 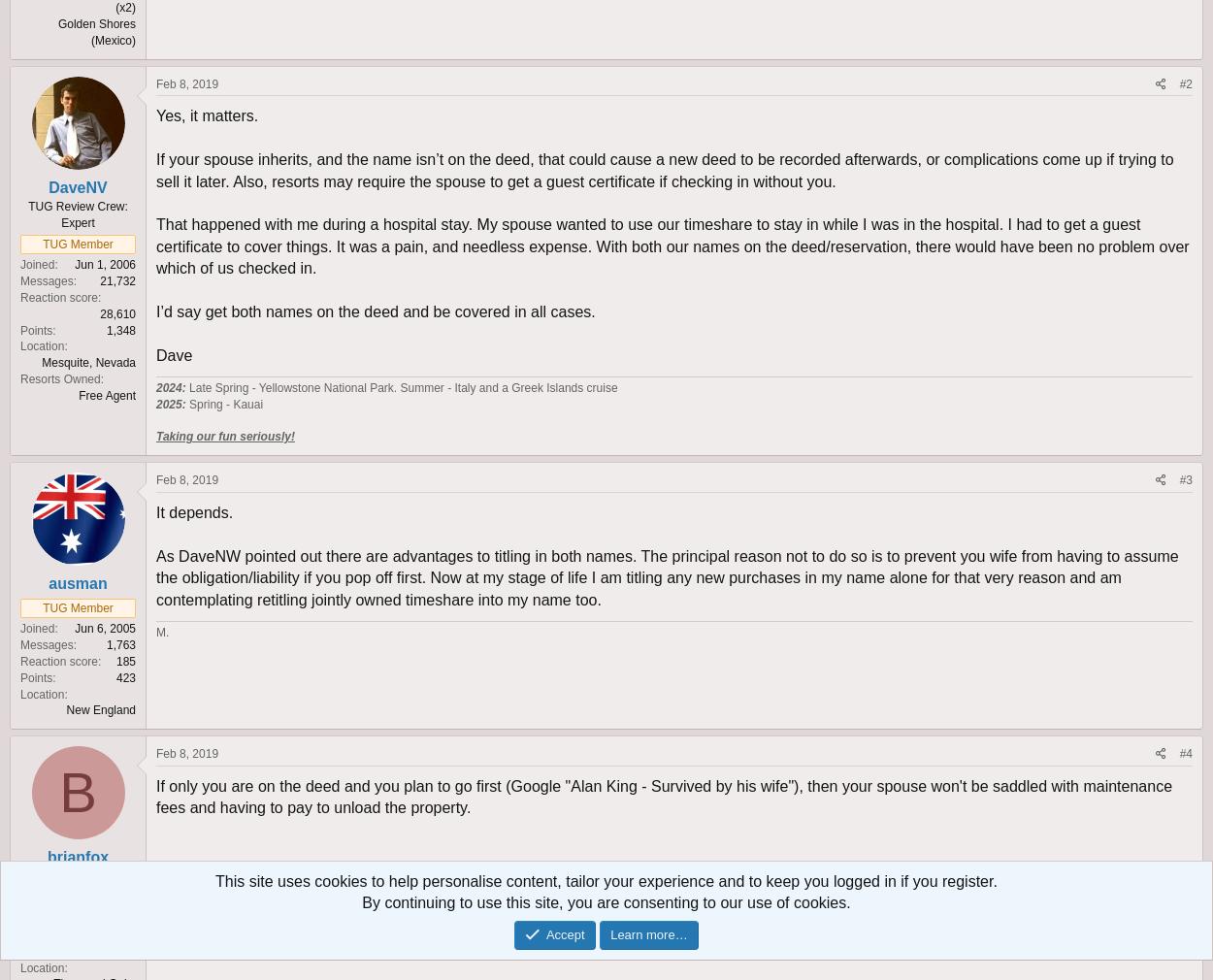 What do you see at coordinates (57, 30) in the screenshot?
I see `'Golden Shores (Mexico)'` at bounding box center [57, 30].